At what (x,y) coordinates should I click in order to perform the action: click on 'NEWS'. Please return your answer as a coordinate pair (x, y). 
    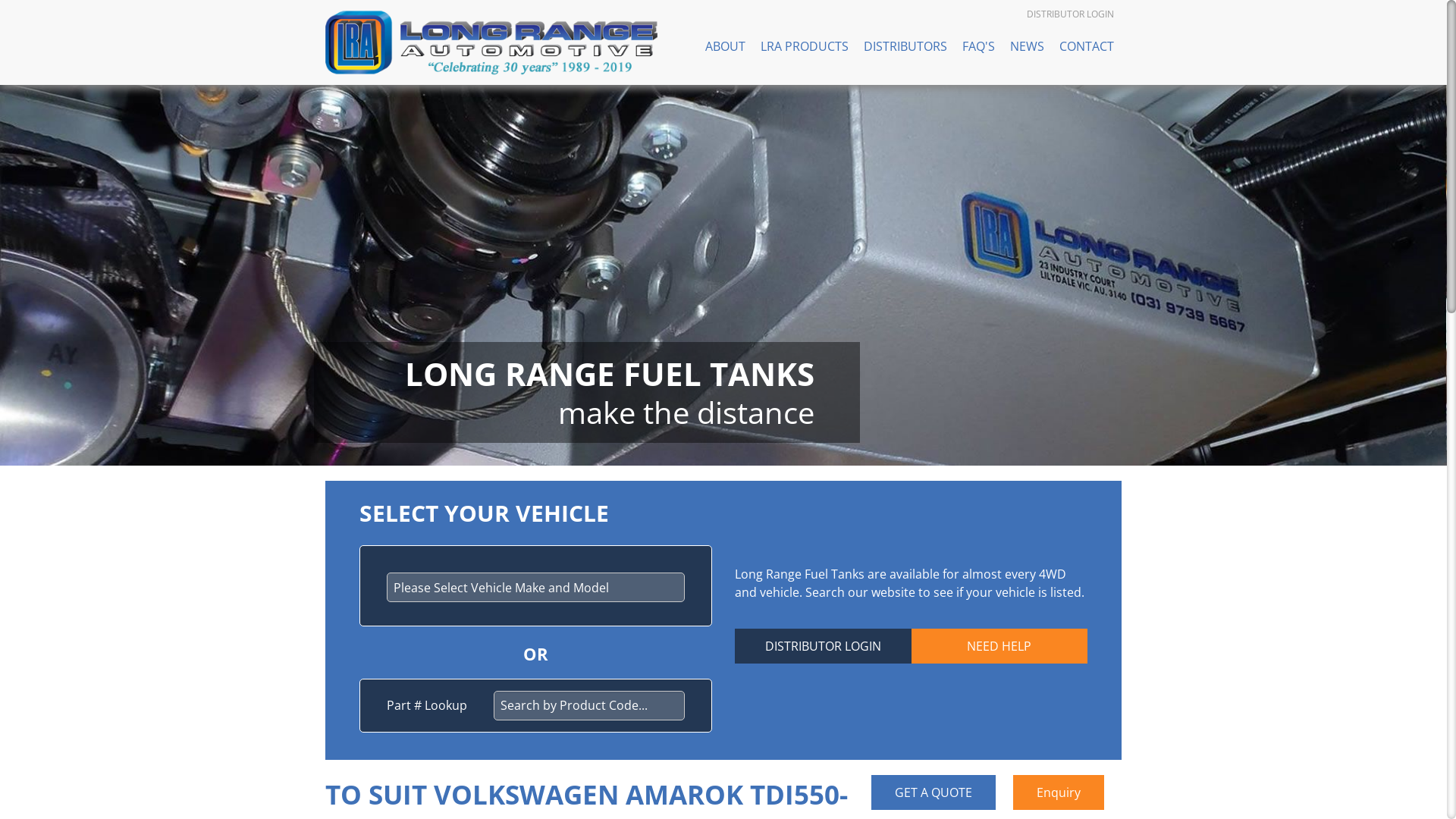
    Looking at the image, I should click on (1027, 45).